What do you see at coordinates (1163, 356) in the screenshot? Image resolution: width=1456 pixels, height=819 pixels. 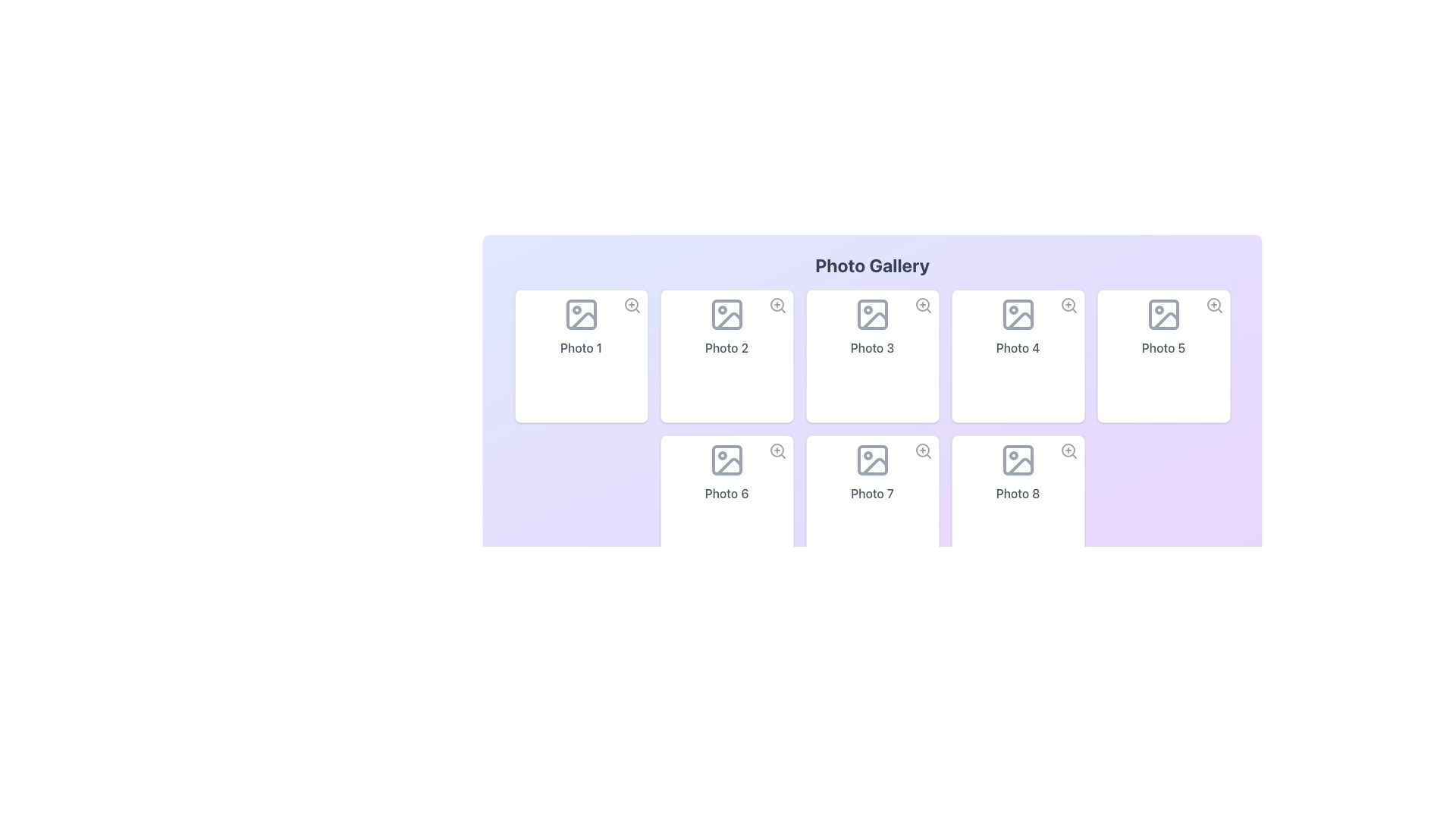 I see `the Interactive card element representing 'Photo 5' in the top-right position of the first row in the 'Photo Gallery' grid` at bounding box center [1163, 356].